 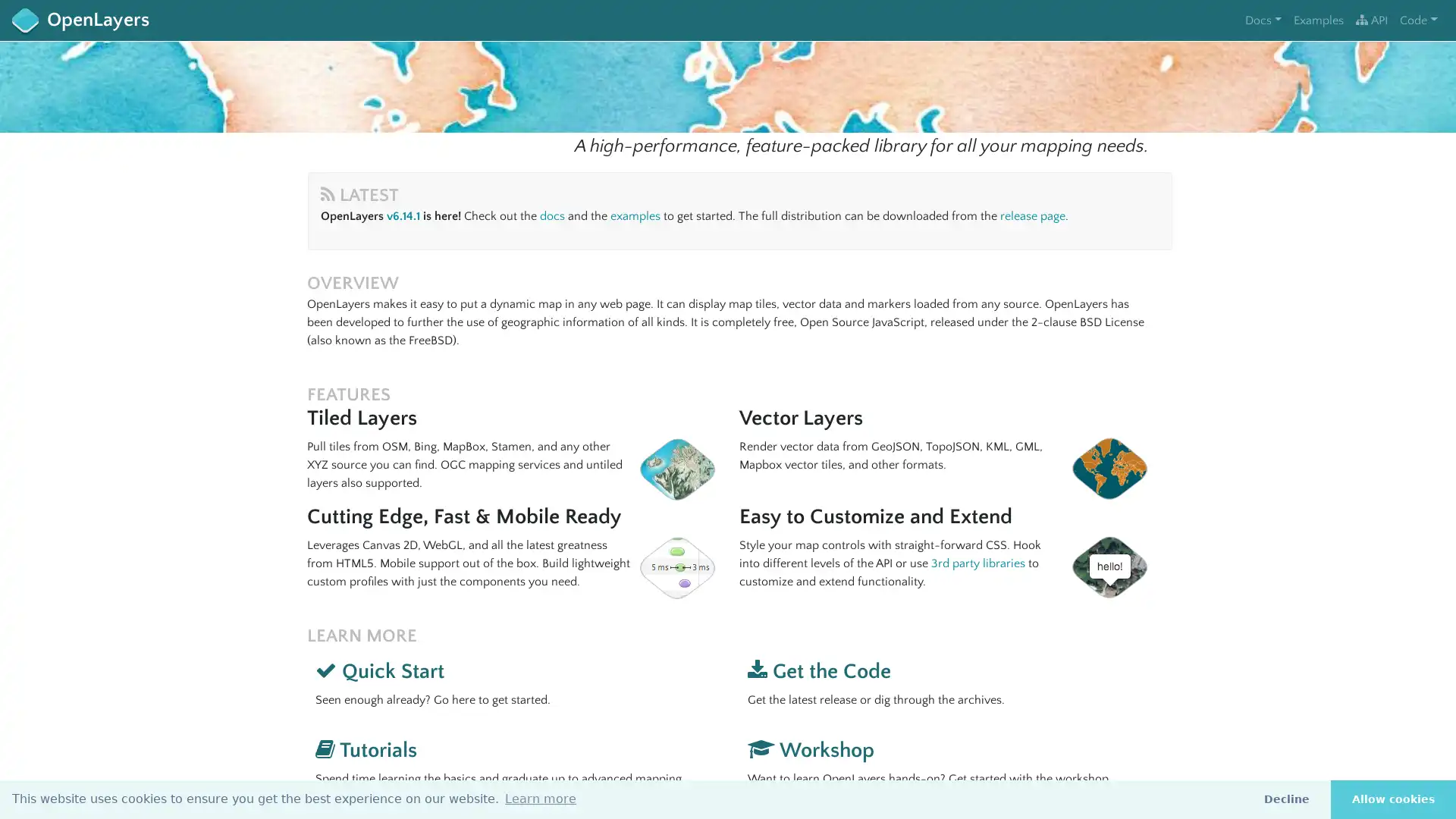 What do you see at coordinates (1438, 115) in the screenshot?
I see `i` at bounding box center [1438, 115].